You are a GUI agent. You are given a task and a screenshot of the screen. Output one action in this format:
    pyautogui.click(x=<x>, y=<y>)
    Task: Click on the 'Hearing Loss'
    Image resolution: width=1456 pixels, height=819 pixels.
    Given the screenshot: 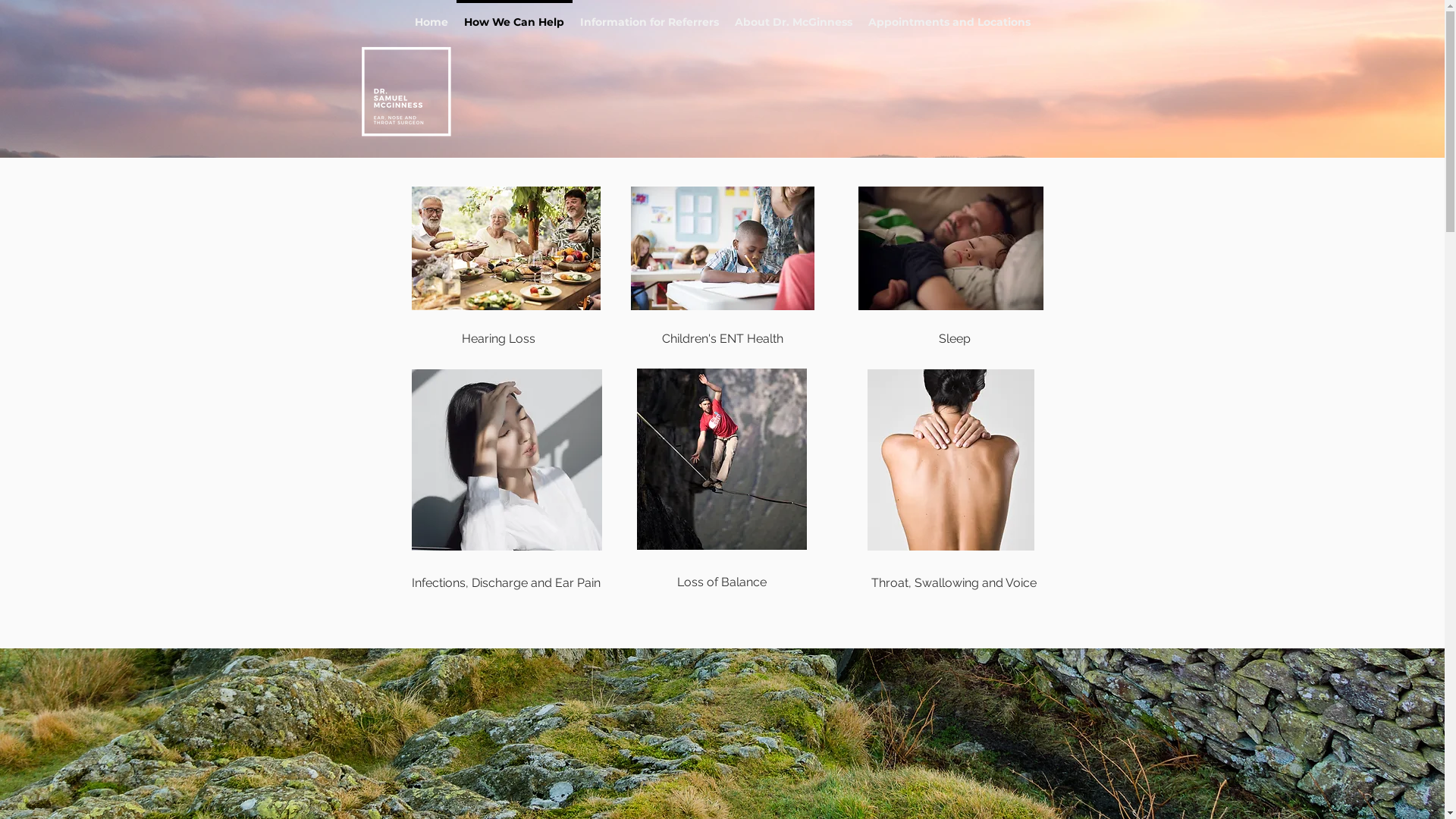 What is the action you would take?
    pyautogui.click(x=497, y=338)
    